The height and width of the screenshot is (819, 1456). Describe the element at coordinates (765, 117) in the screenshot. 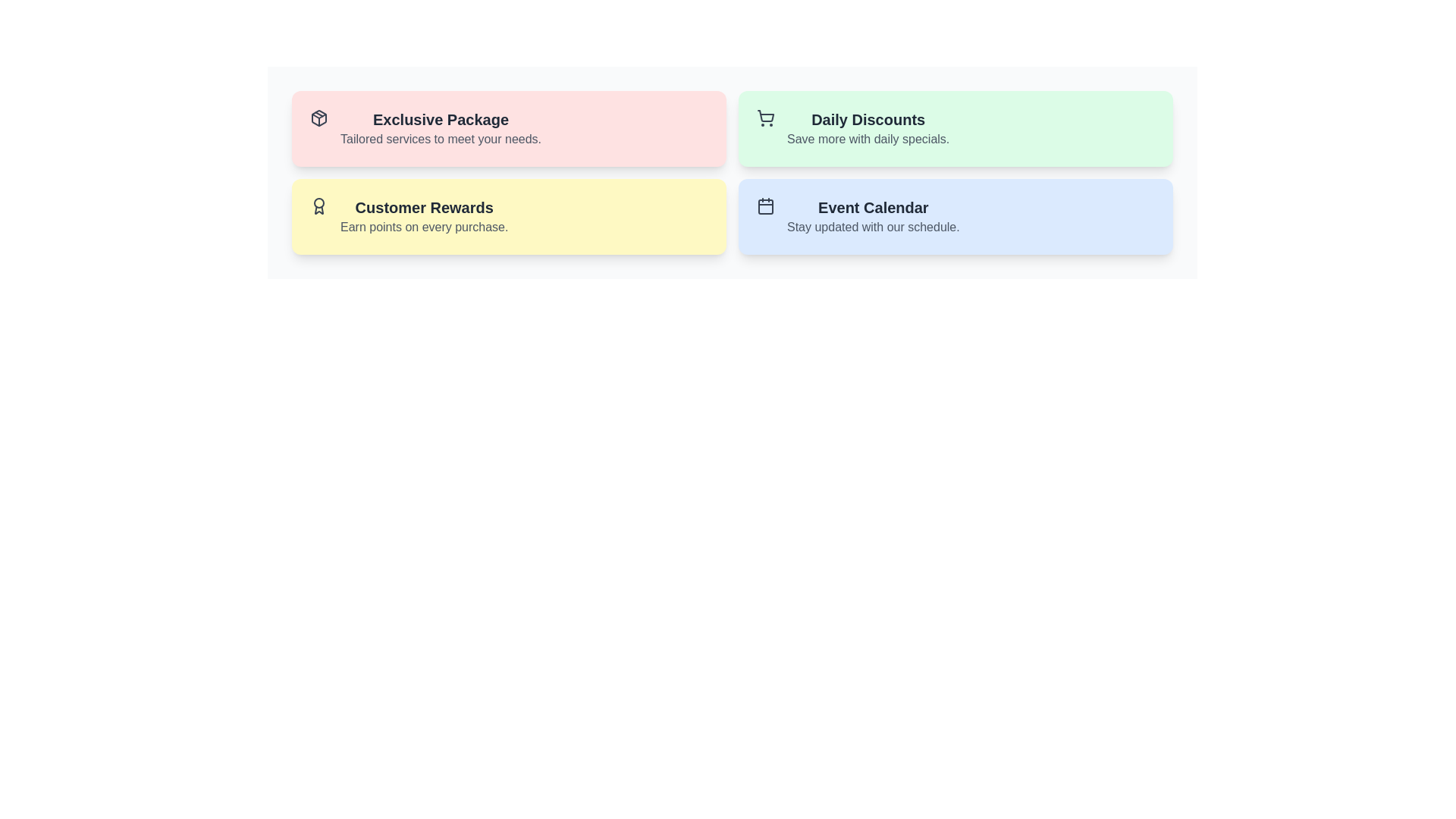

I see `the shopping cart icon, which is styled in gray and located at the leftmost position within the green card labeled 'Daily Discounts'` at that location.